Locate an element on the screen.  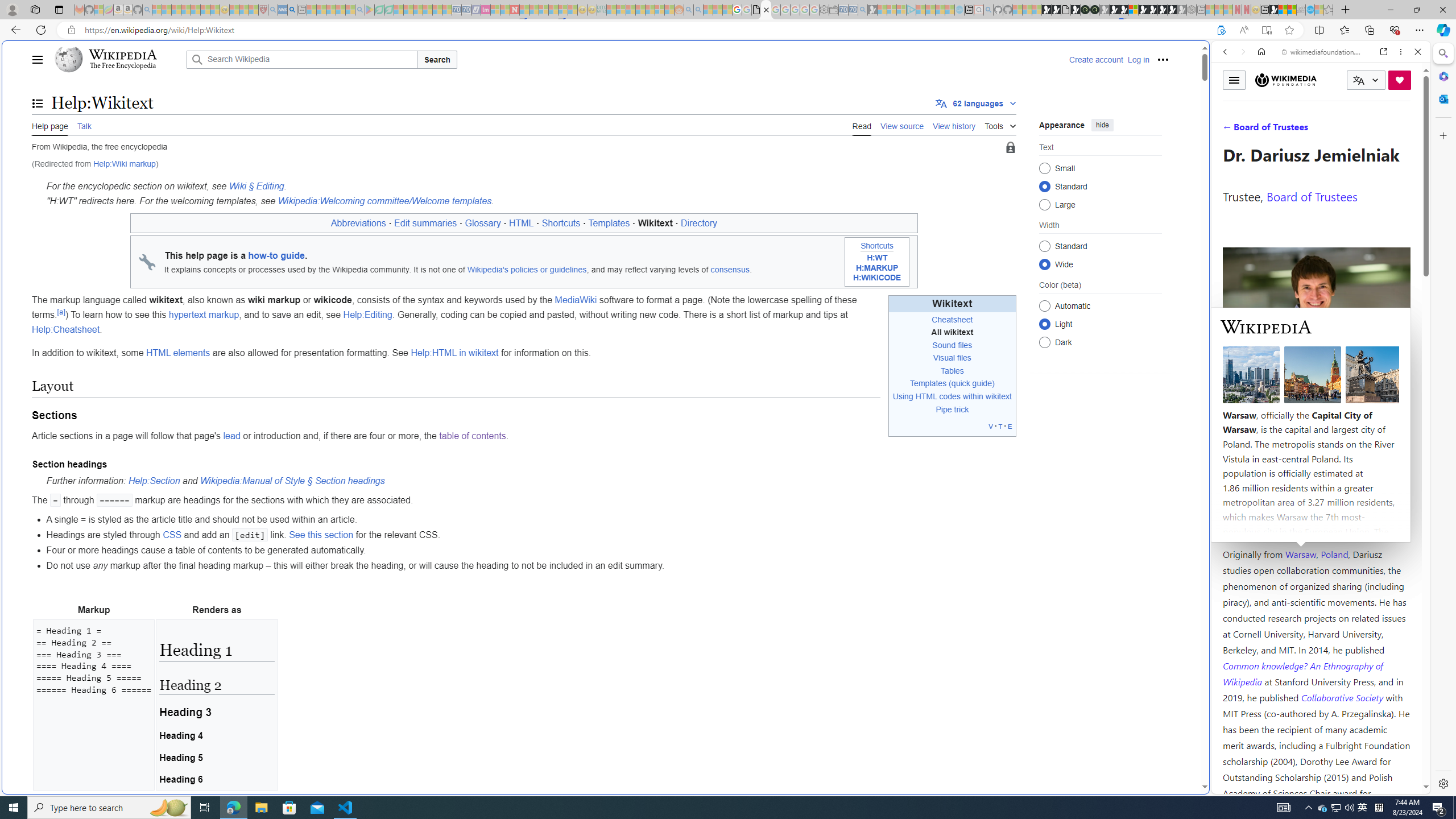
'All wikitext' is located at coordinates (952, 332).